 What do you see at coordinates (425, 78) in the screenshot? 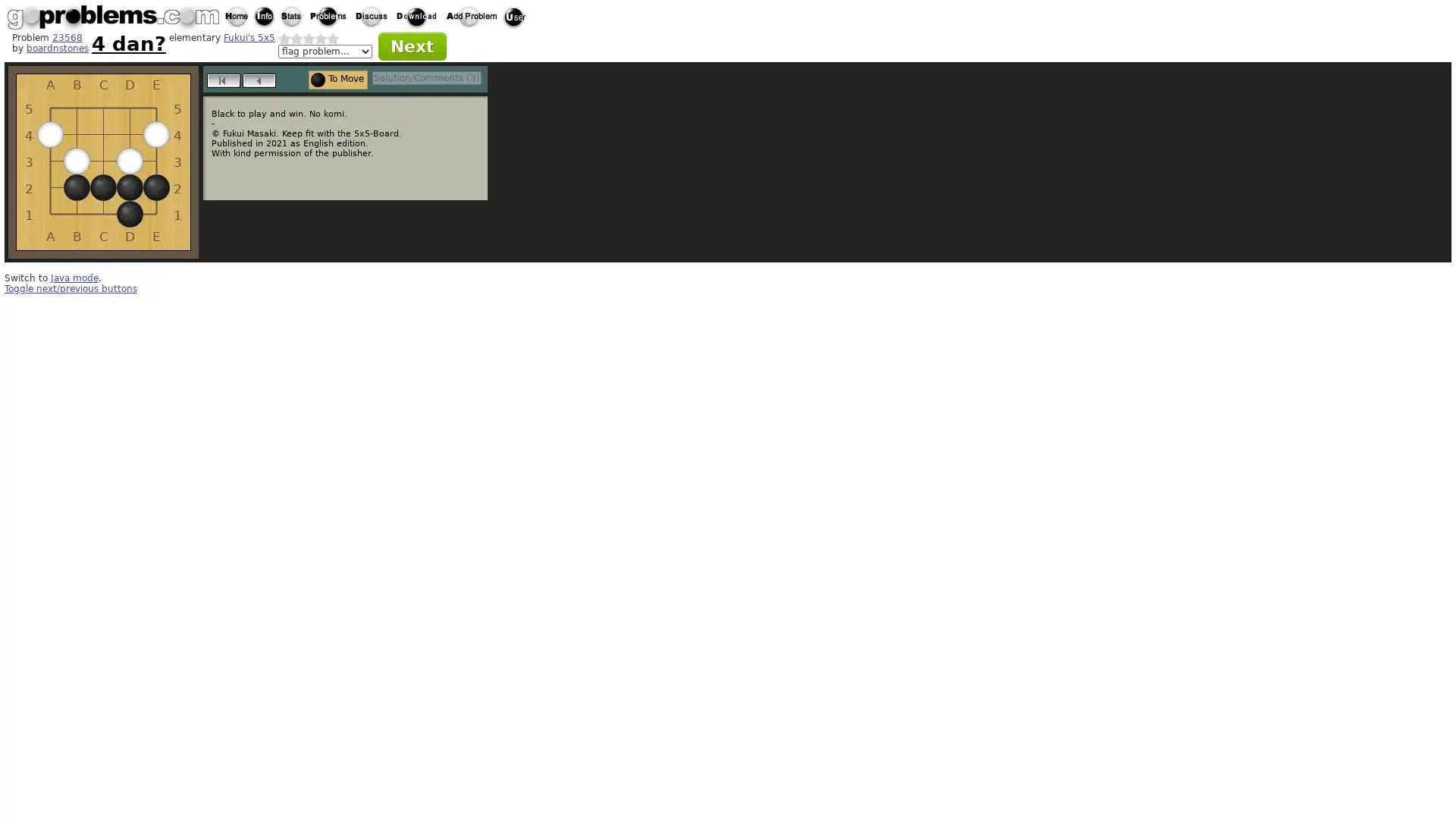
I see `Solution/Comments (3)` at bounding box center [425, 78].